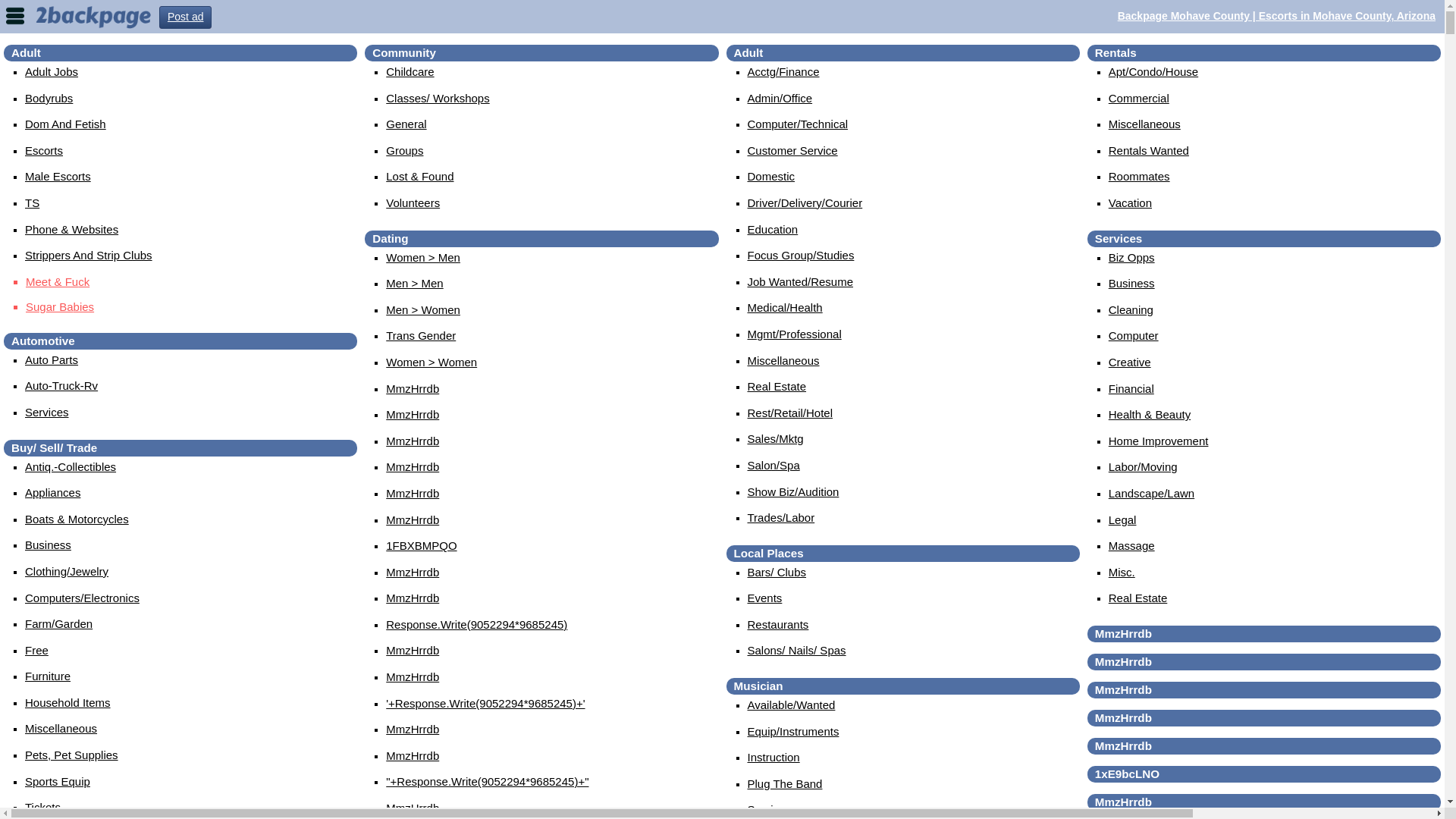 The width and height of the screenshot is (1456, 819). What do you see at coordinates (184, 17) in the screenshot?
I see `'Post ad'` at bounding box center [184, 17].